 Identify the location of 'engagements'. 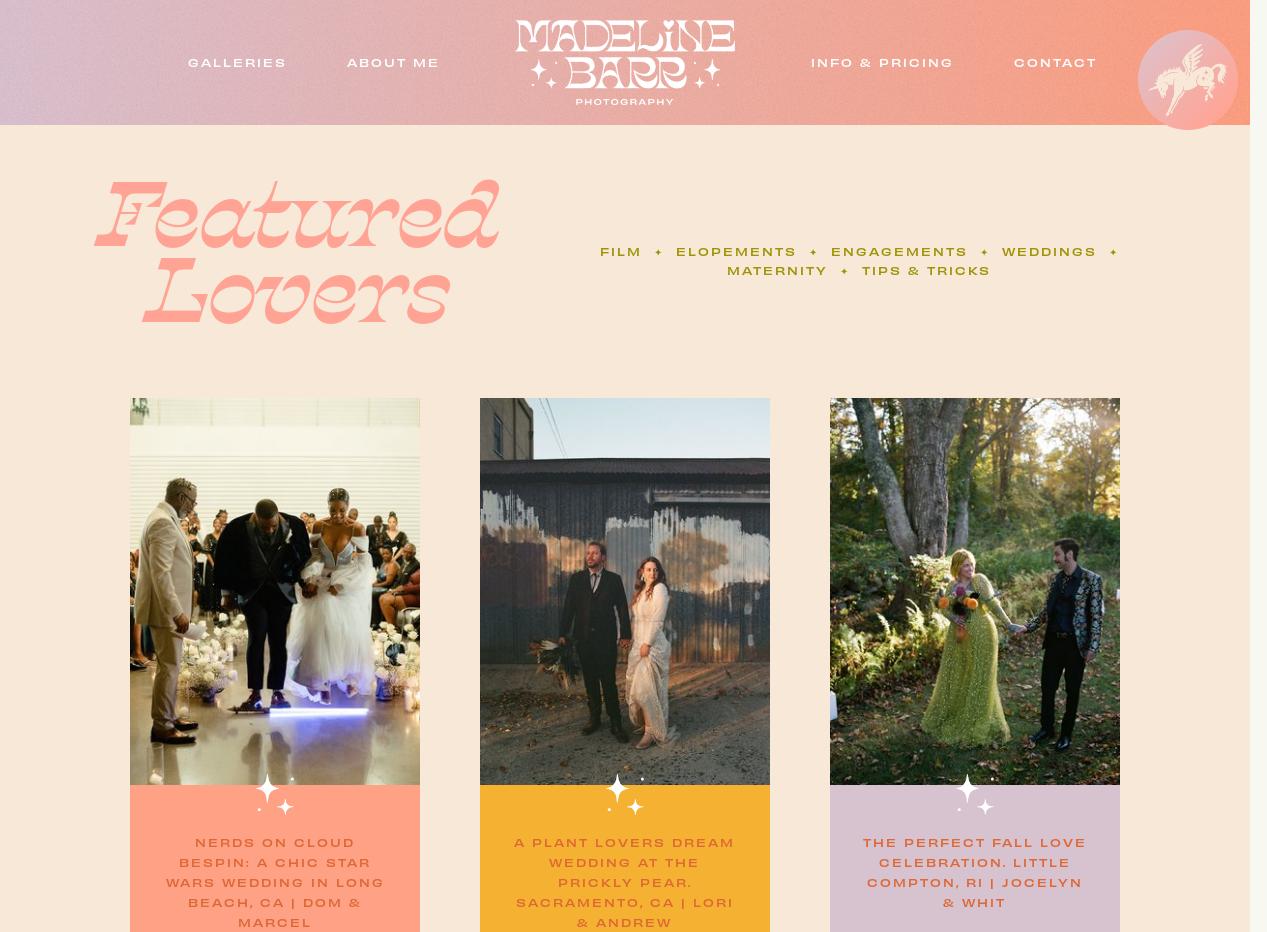
(898, 249).